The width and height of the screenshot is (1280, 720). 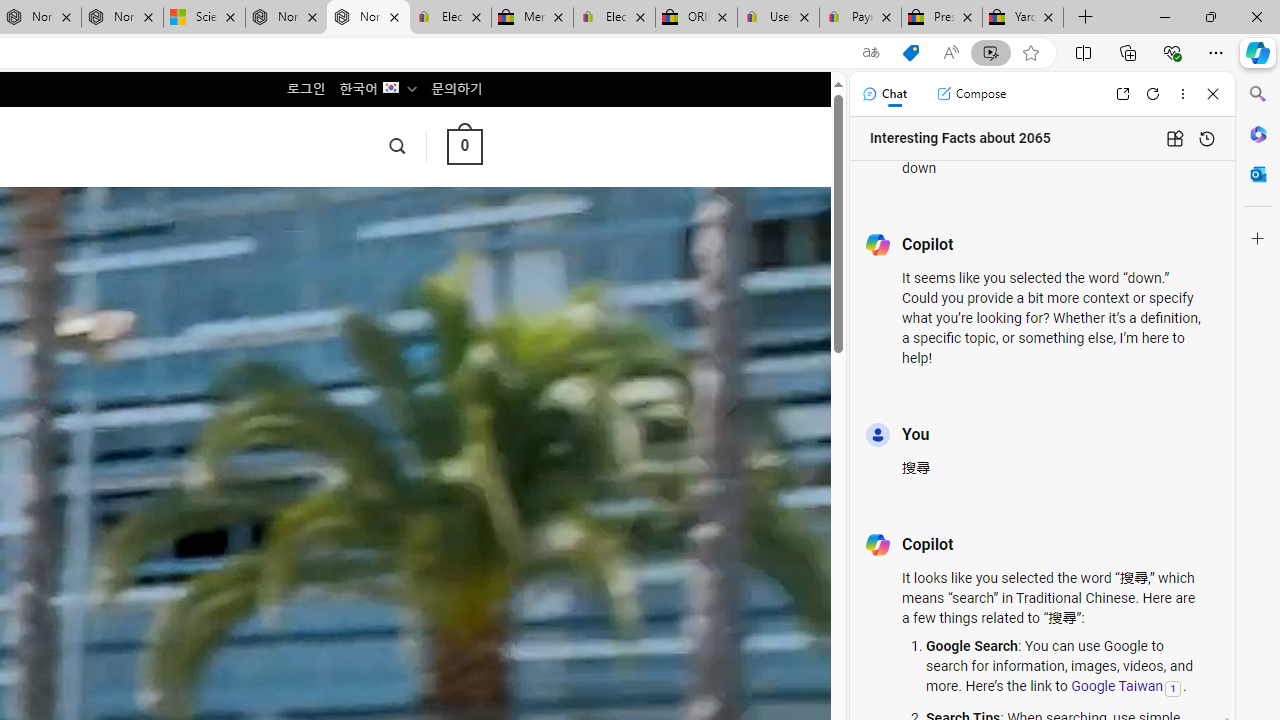 I want to click on '  0  ', so click(x=463, y=145).